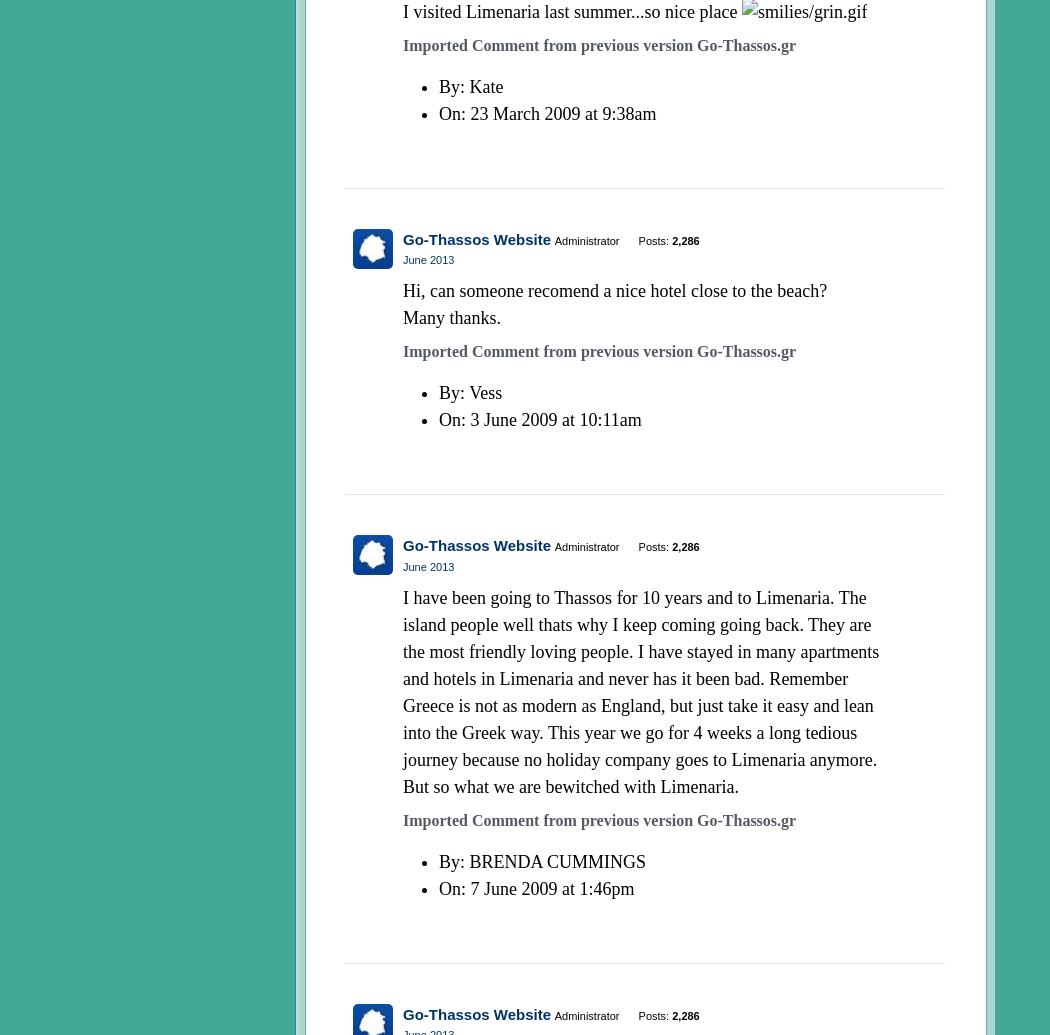  I want to click on ': Vess', so click(481, 392).